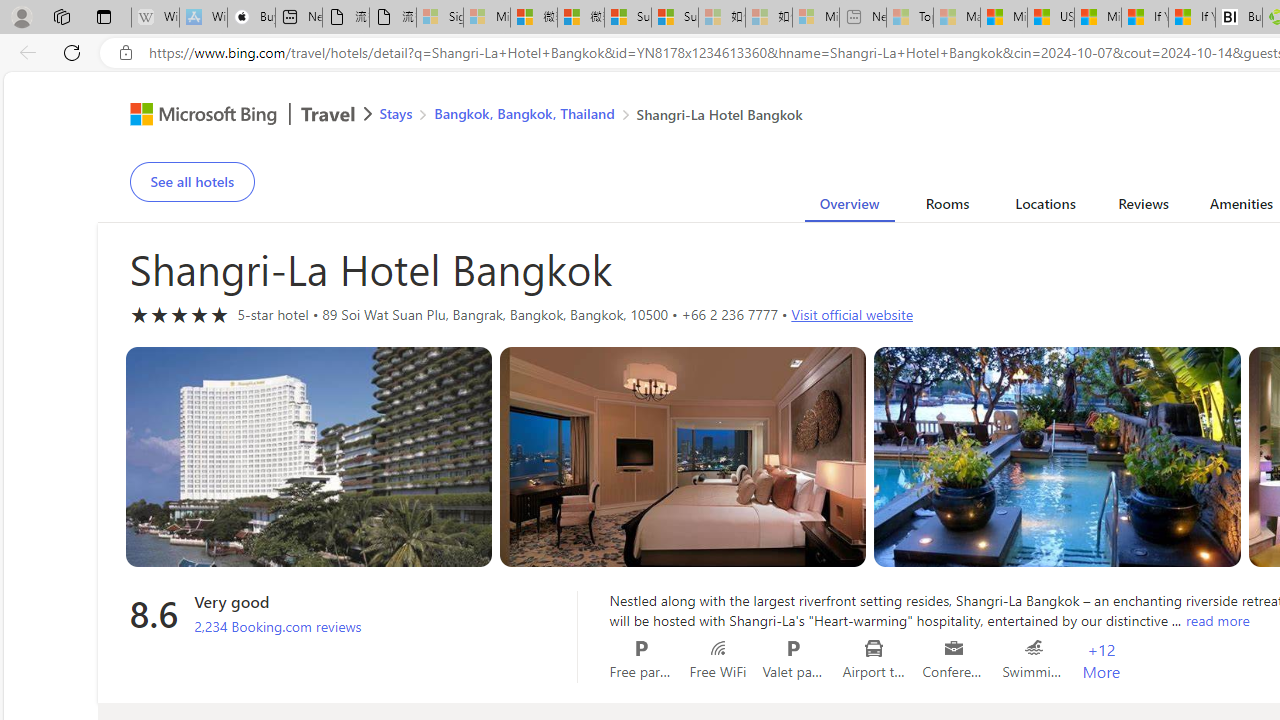 This screenshot has width=1280, height=720. I want to click on 'Rooms', so click(946, 207).